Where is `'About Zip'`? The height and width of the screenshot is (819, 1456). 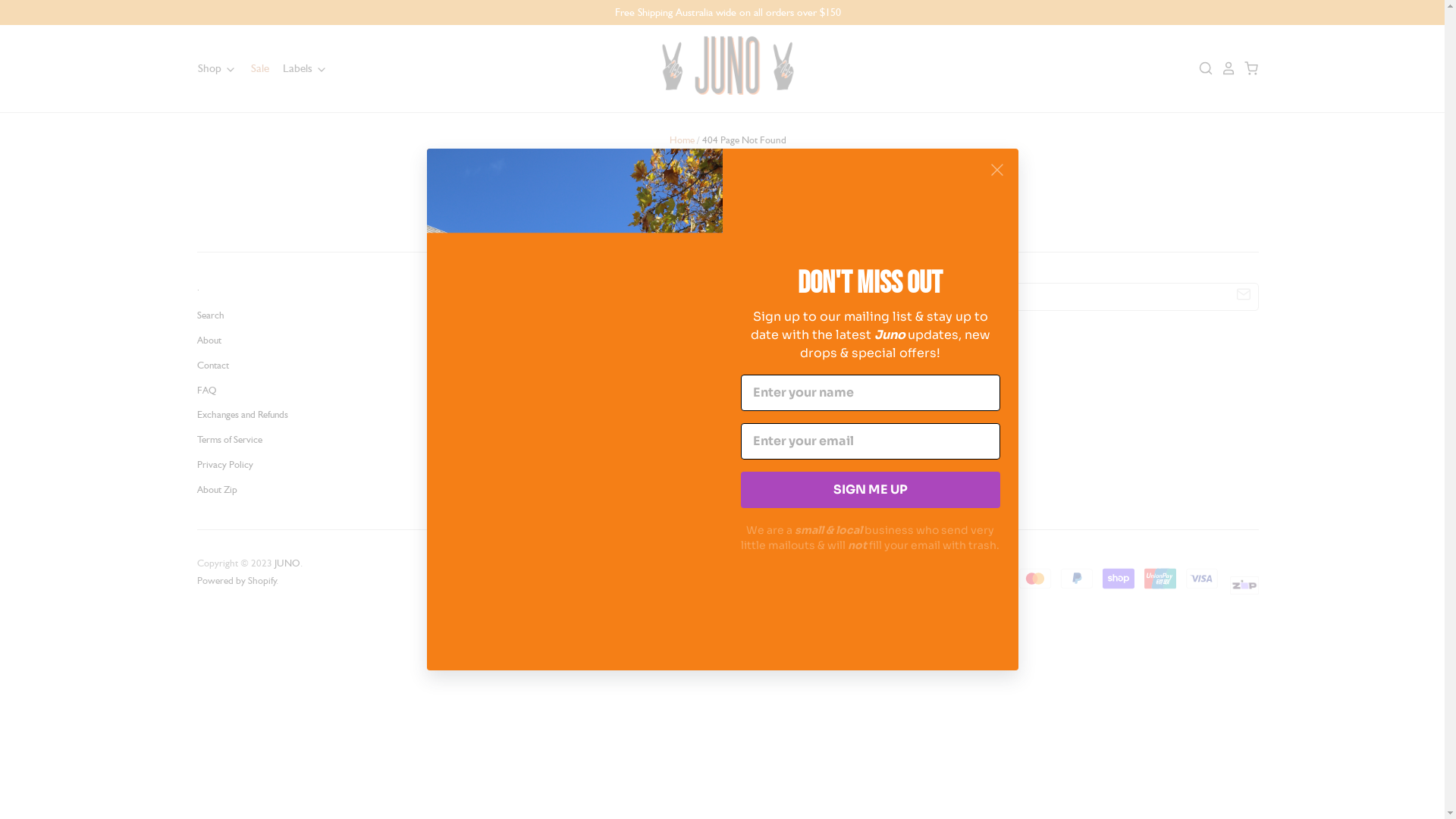 'About Zip' is located at coordinates (196, 489).